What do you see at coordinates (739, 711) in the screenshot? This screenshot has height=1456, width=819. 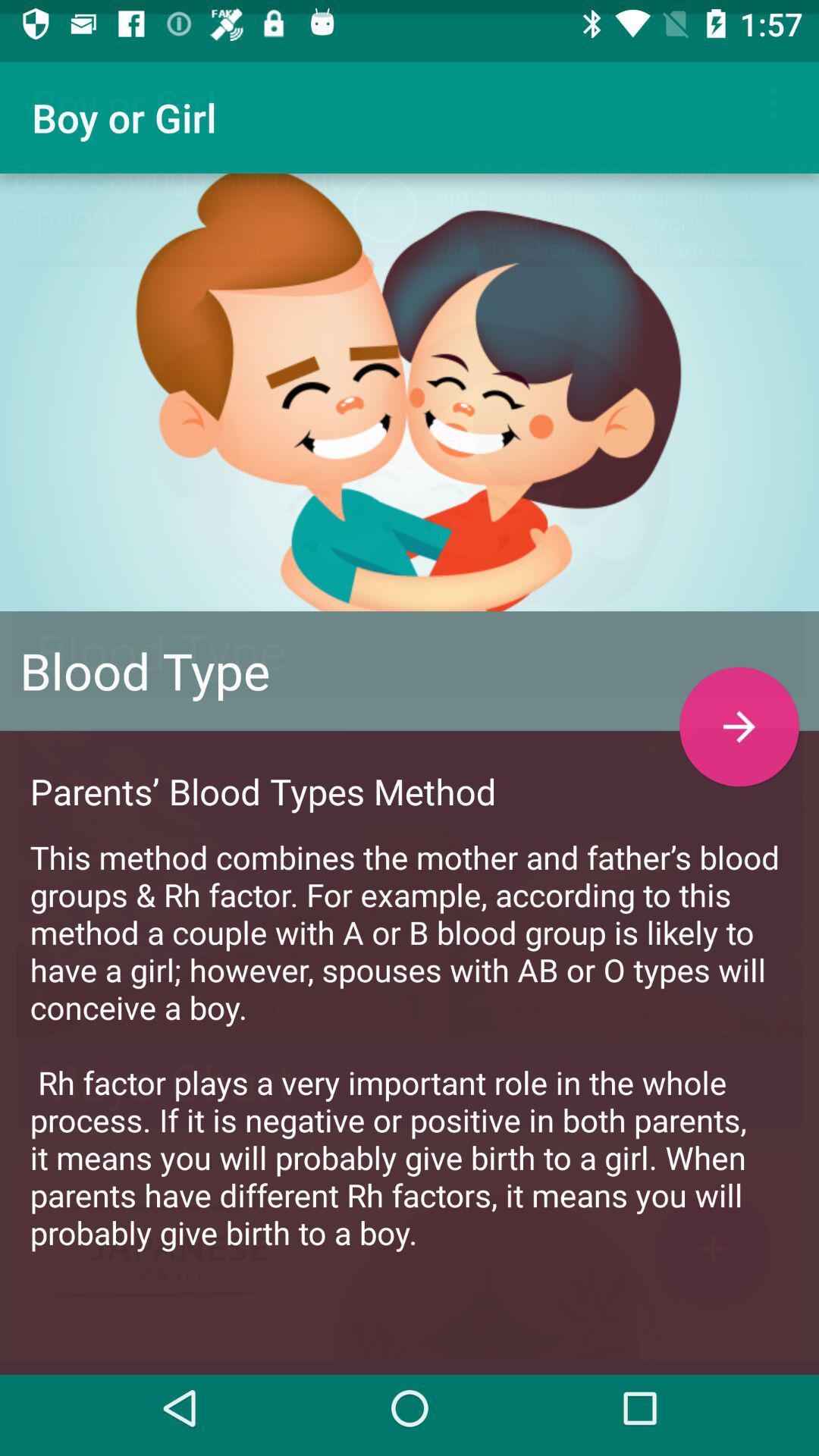 I see `the next page` at bounding box center [739, 711].